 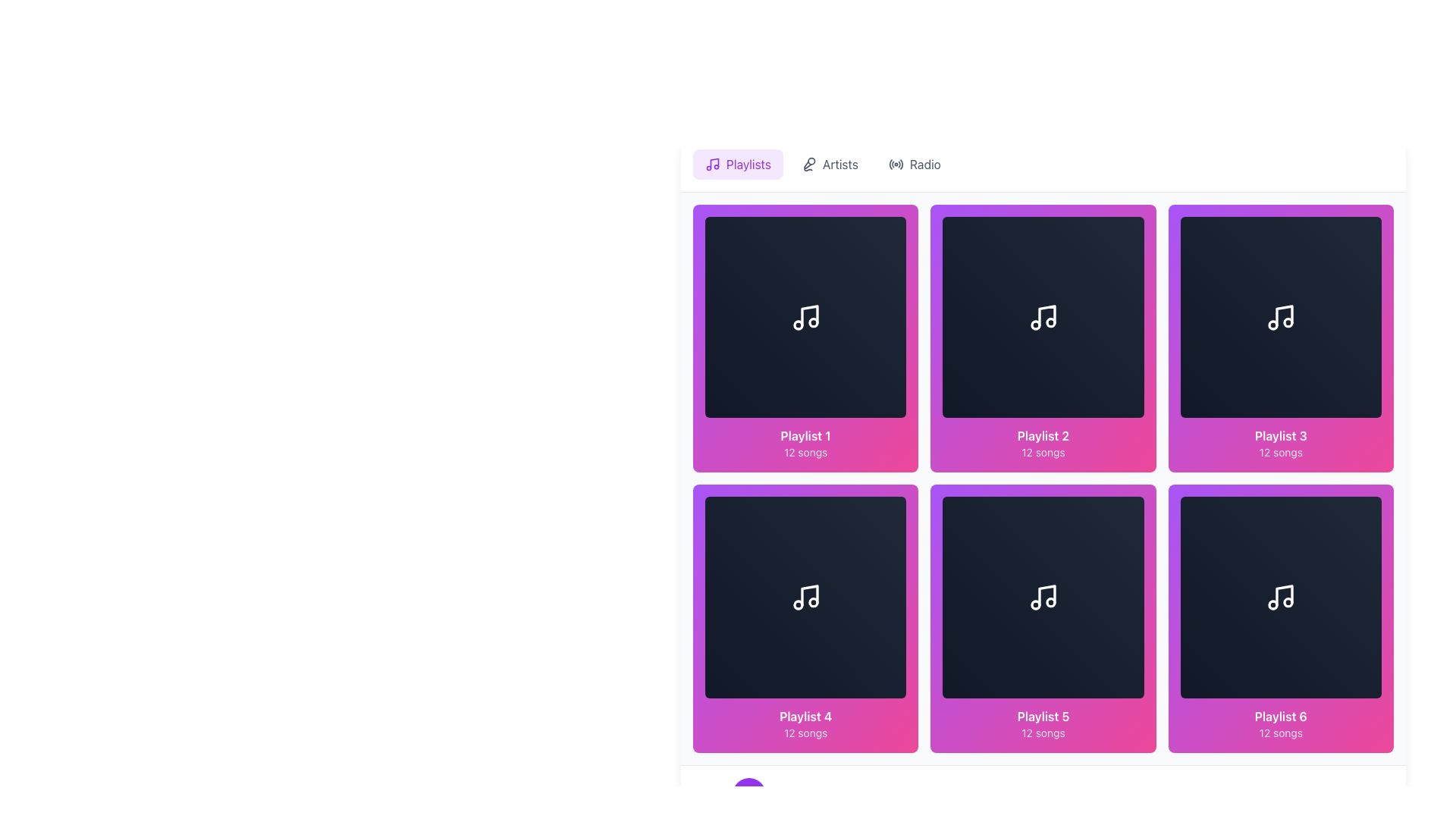 I want to click on SVG polygon element representing the left-pointing arrow icon for navigation, located in the bottom-right corner of the layout, so click(x=707, y=793).